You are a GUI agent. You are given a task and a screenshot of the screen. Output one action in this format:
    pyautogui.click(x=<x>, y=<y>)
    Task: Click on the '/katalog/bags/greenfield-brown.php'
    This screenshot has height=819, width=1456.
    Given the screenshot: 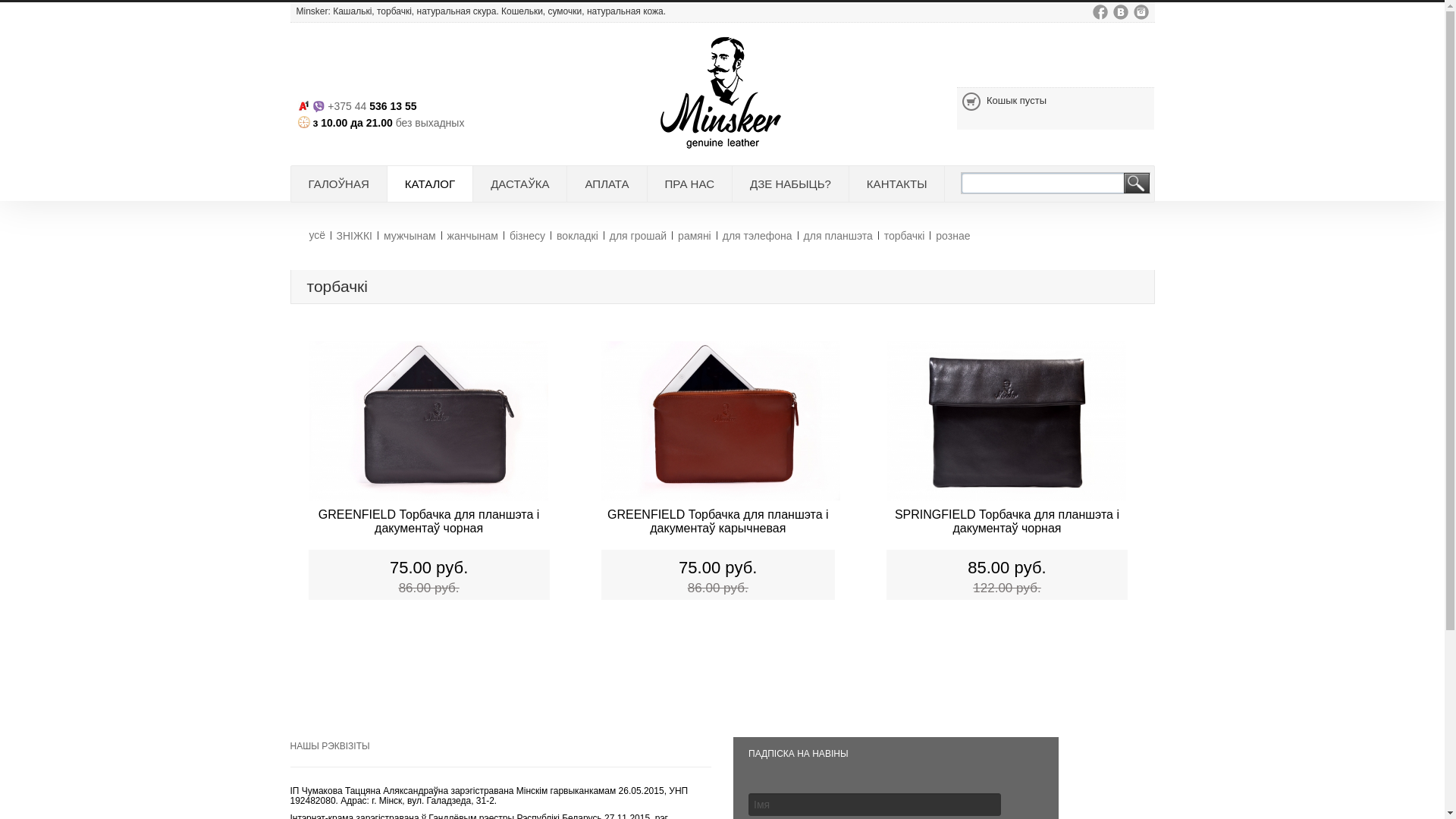 What is the action you would take?
    pyautogui.click(x=720, y=423)
    